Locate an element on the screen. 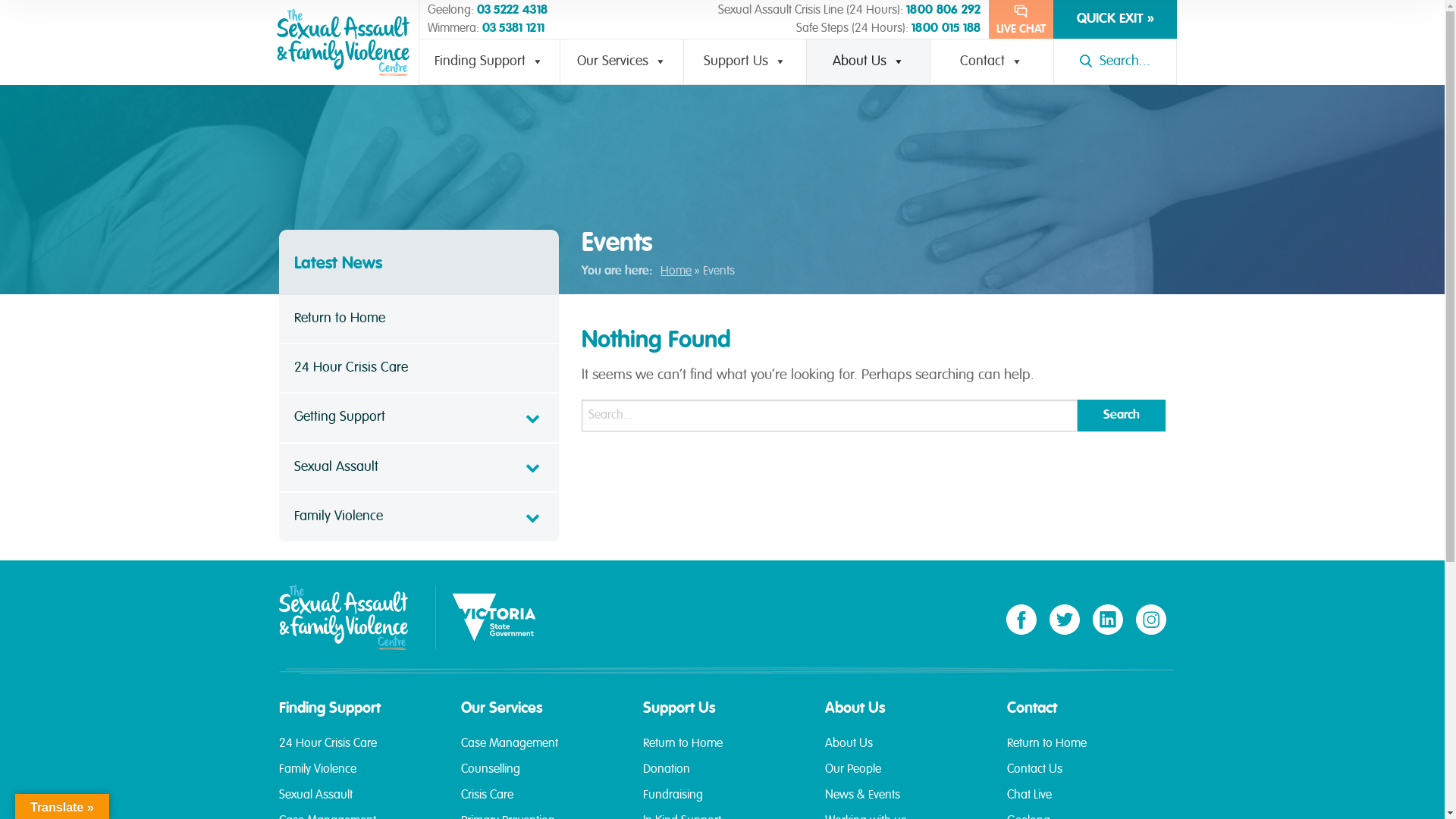 This screenshot has height=819, width=1456. '24 Hour Crisis Care' is located at coordinates (358, 751).